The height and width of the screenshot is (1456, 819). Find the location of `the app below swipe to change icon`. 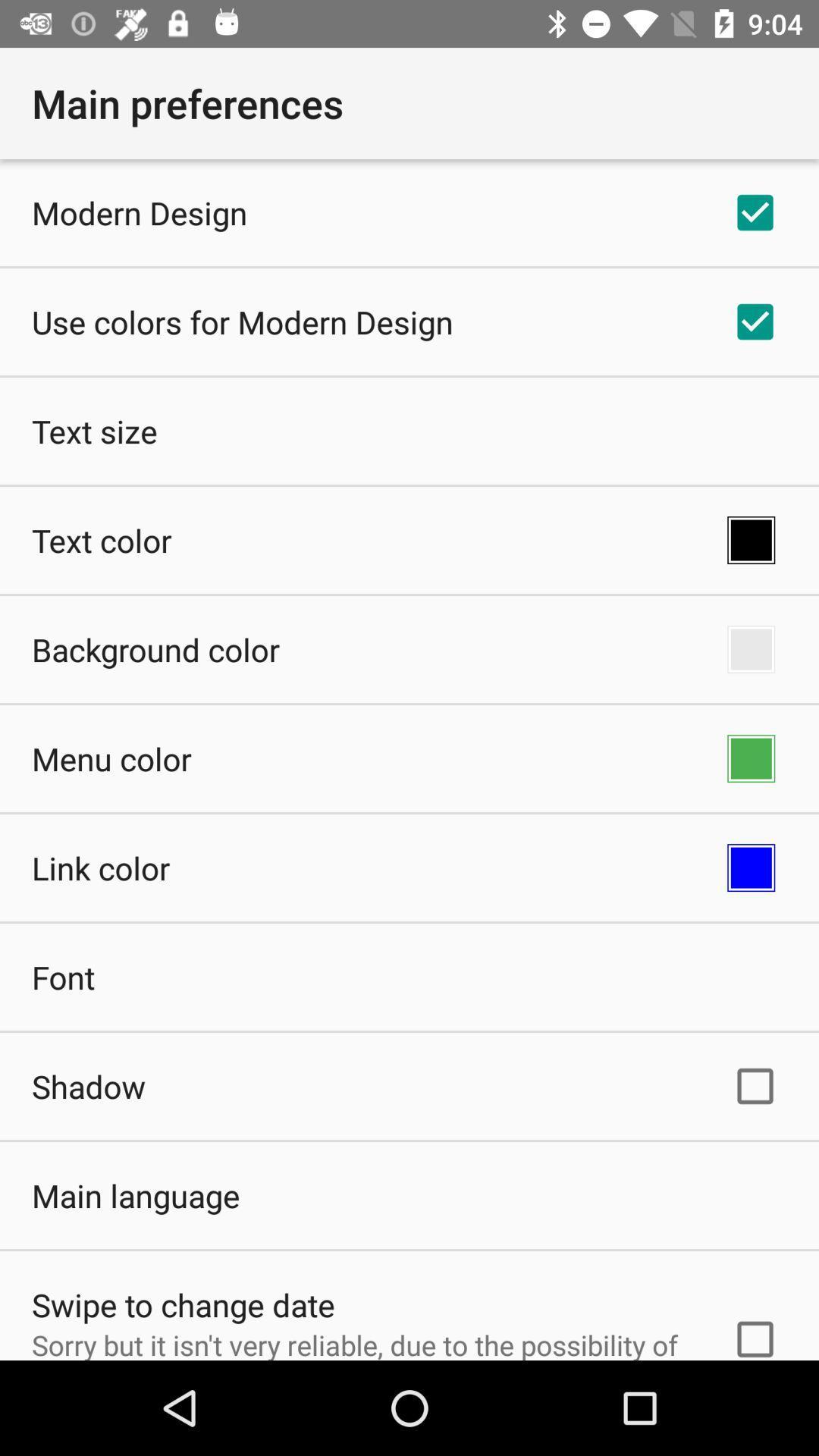

the app below swipe to change icon is located at coordinates (362, 1343).